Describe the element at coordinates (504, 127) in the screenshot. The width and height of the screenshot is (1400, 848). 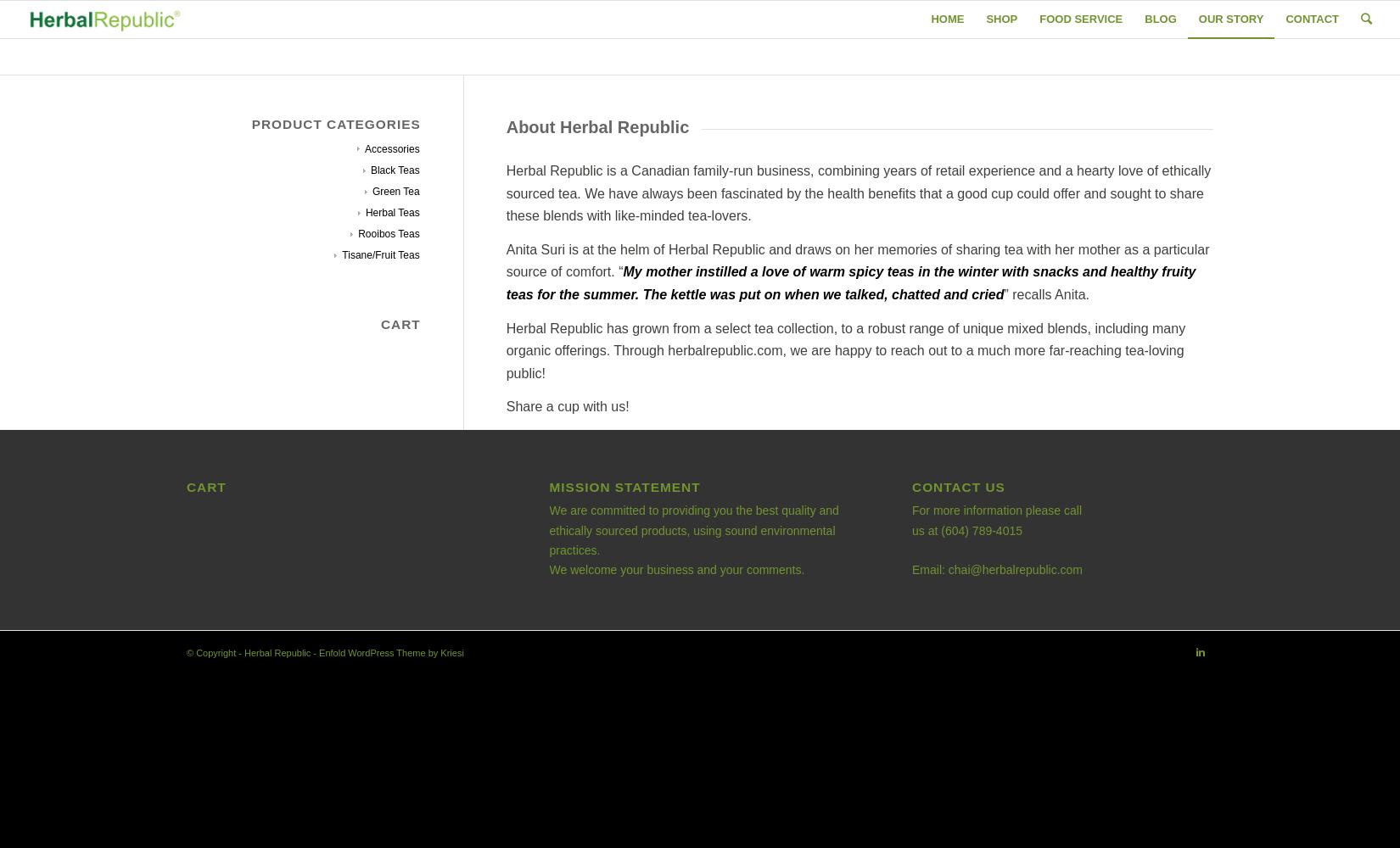
I see `'About Herbal Republic'` at that location.